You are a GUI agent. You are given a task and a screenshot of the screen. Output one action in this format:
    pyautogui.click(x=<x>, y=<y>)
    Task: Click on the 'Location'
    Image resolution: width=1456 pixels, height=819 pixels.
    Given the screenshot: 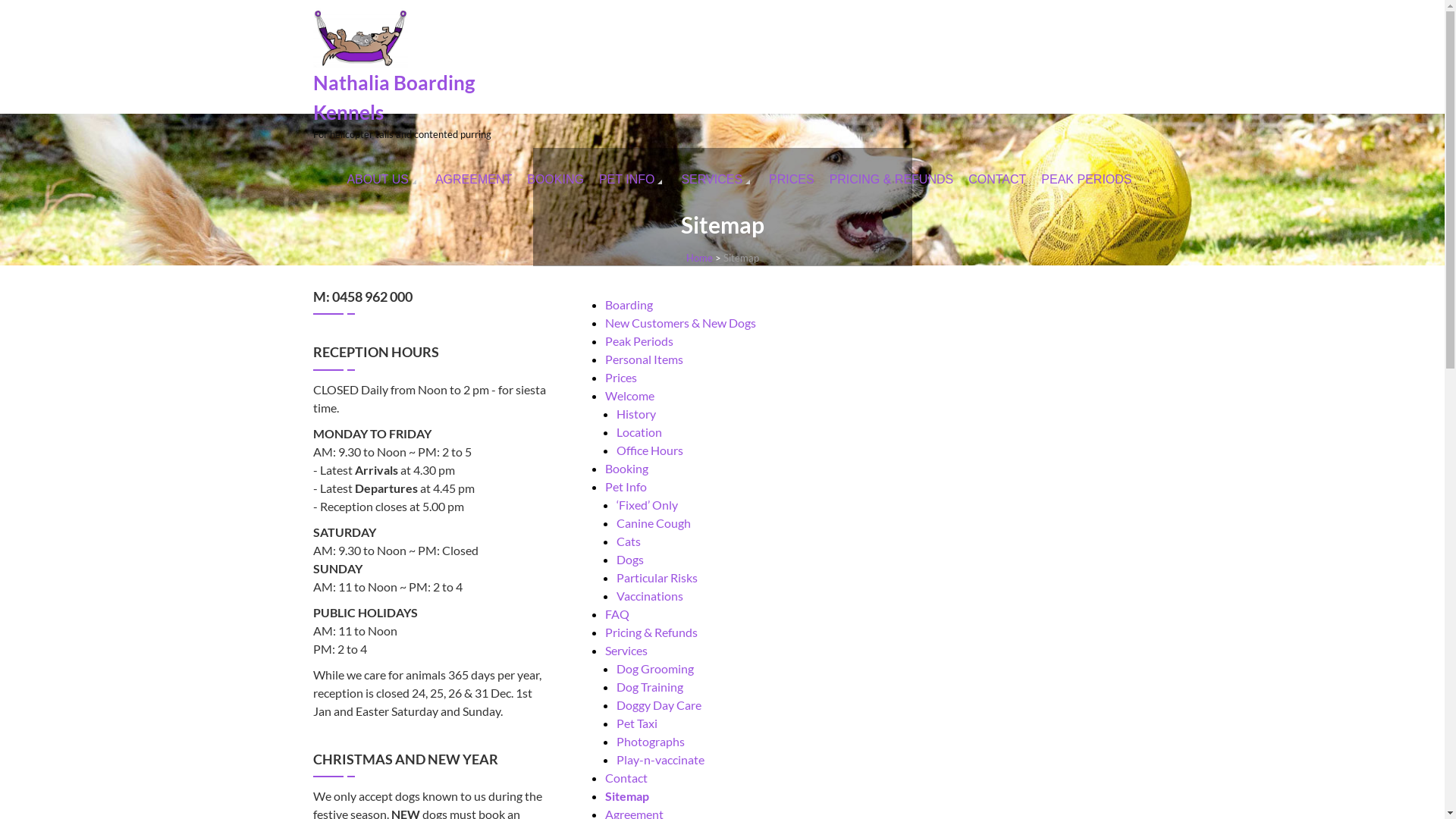 What is the action you would take?
    pyautogui.click(x=639, y=431)
    